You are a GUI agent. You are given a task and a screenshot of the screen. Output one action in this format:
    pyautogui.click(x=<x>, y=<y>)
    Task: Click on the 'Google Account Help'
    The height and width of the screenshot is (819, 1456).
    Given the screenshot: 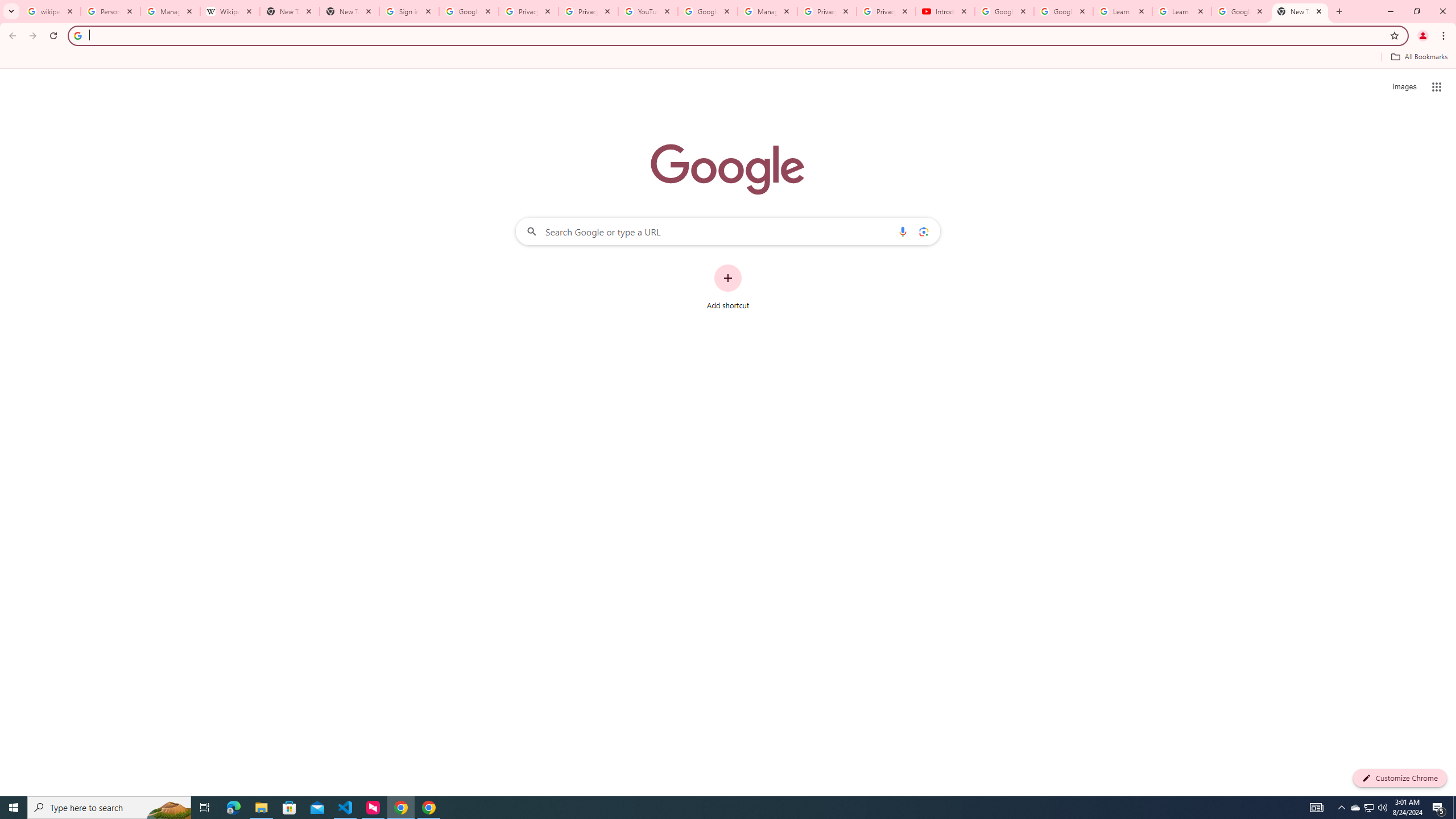 What is the action you would take?
    pyautogui.click(x=1064, y=11)
    